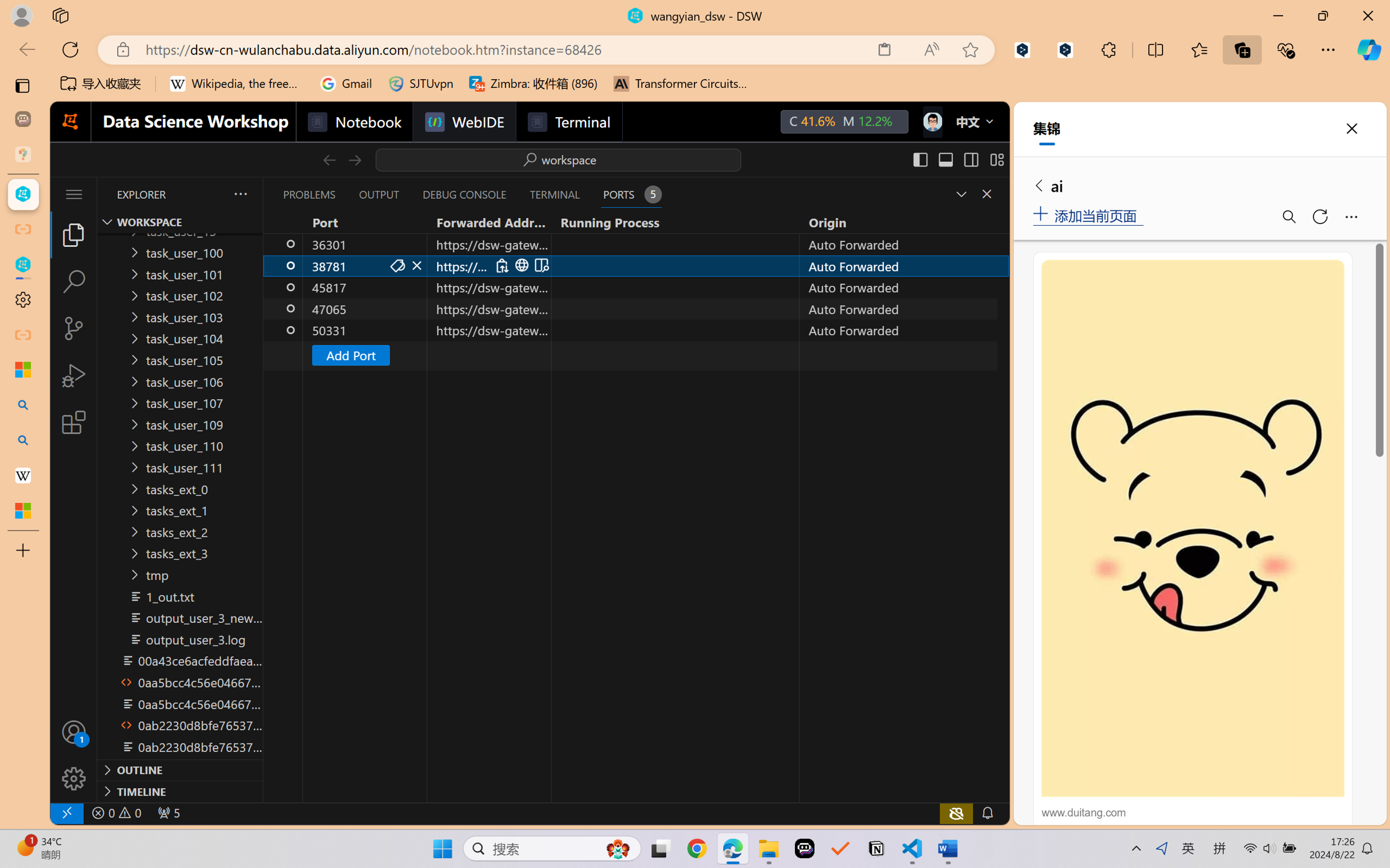 The height and width of the screenshot is (868, 1390). I want to click on 'Copilot (Ctrl+Shift+.)', so click(1369, 49).